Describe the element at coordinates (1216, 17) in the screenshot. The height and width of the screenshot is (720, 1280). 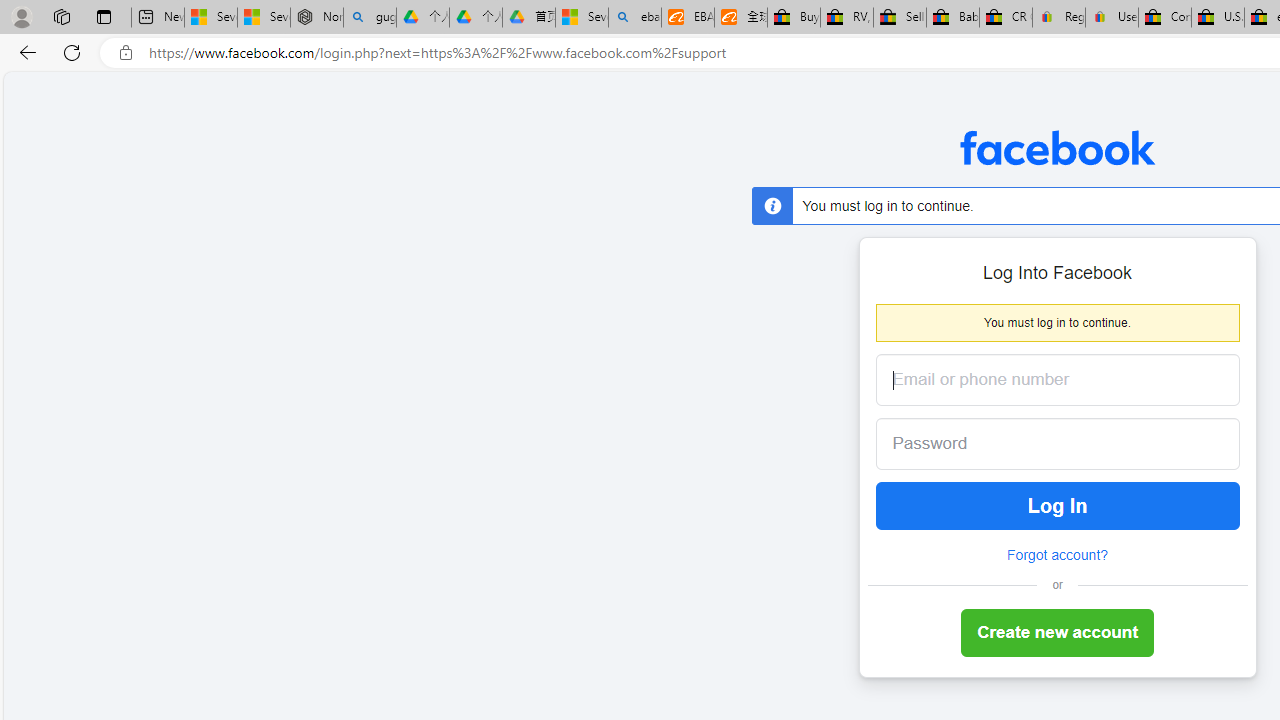
I see `'U.S. State Privacy Disclosures - eBay Inc.'` at that location.